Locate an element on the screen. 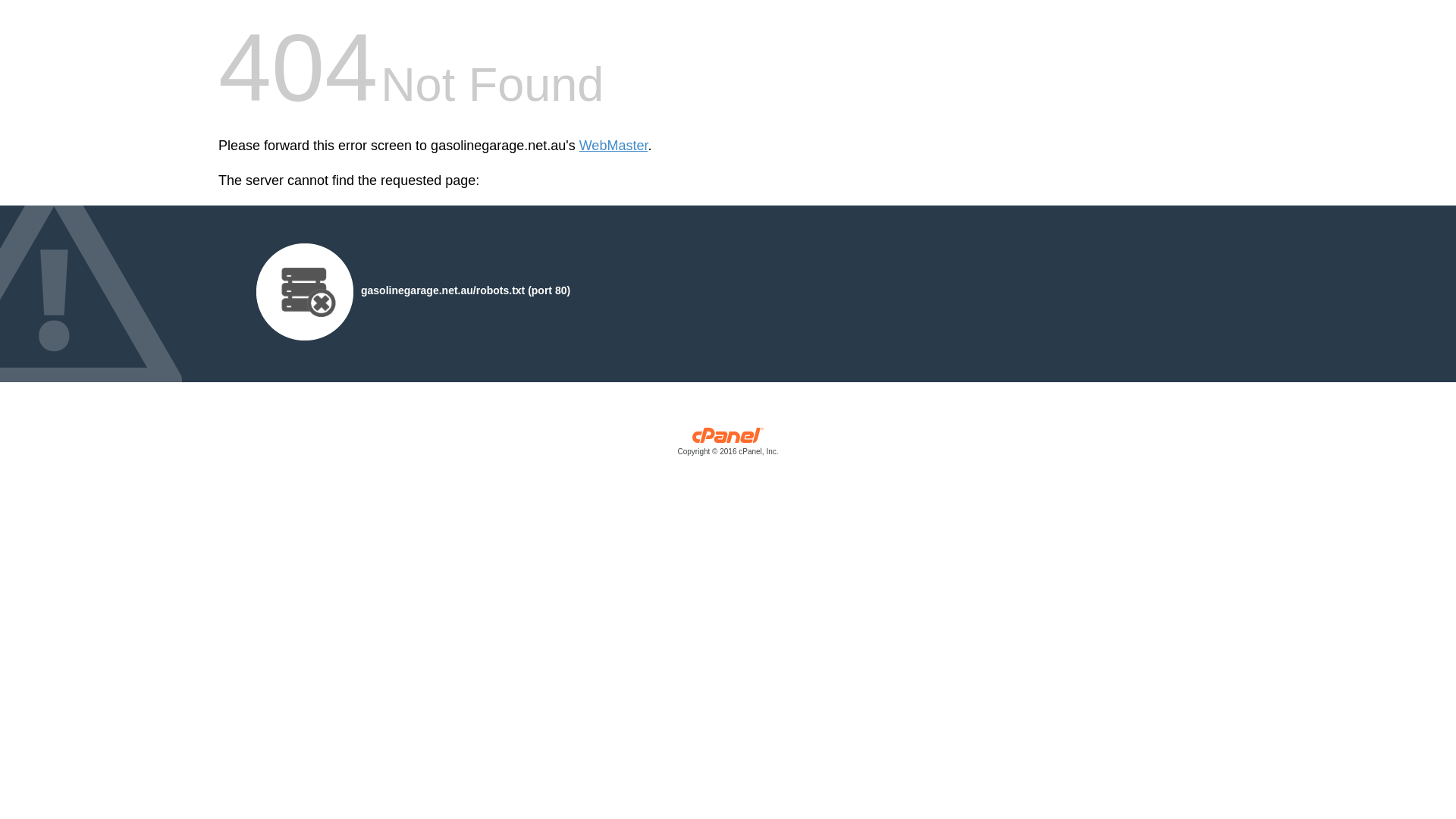 The width and height of the screenshot is (1456, 819). 'WebMaster' is located at coordinates (613, 146).